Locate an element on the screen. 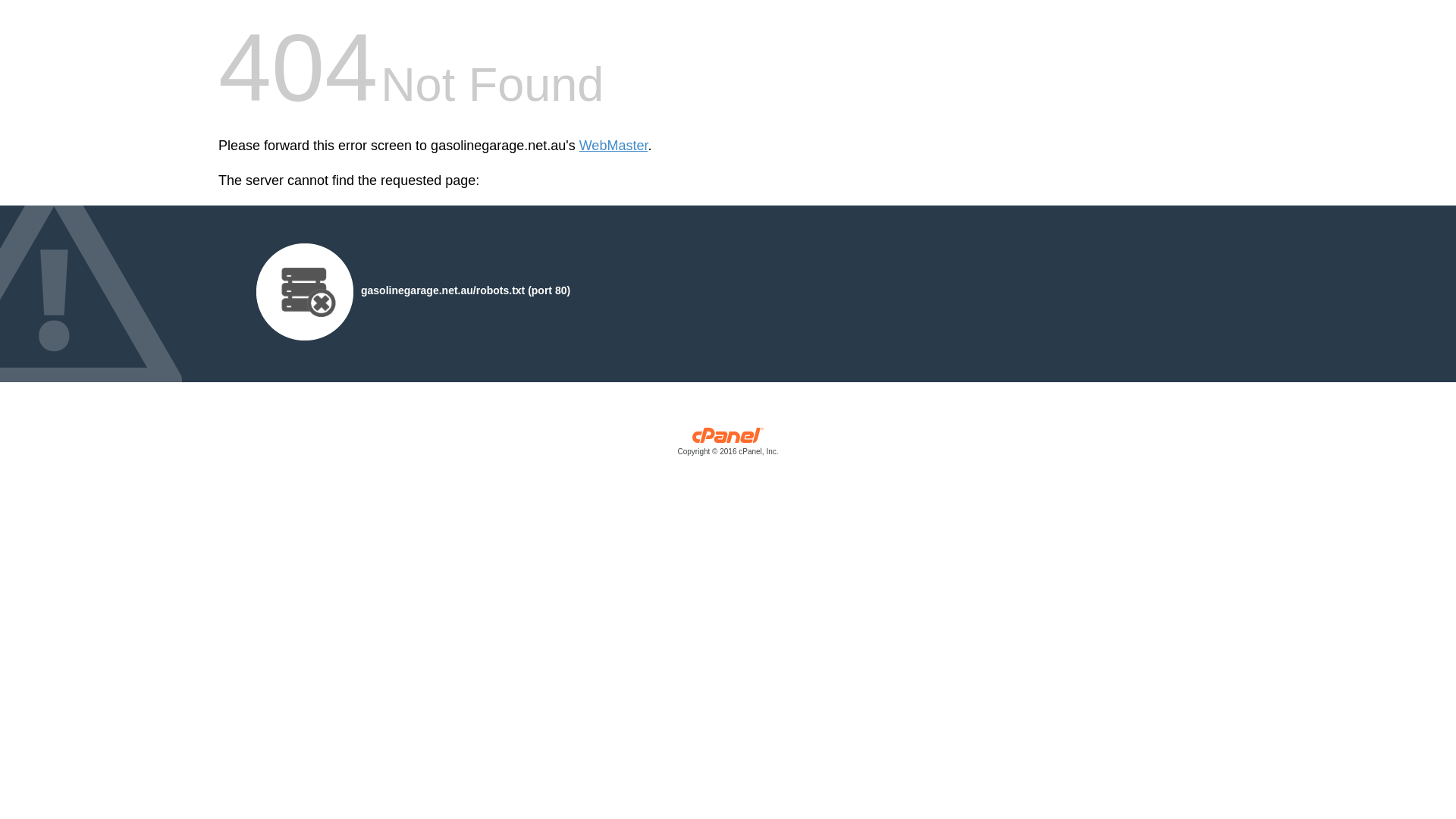 The width and height of the screenshot is (1456, 819). 'WebMaster' is located at coordinates (613, 146).